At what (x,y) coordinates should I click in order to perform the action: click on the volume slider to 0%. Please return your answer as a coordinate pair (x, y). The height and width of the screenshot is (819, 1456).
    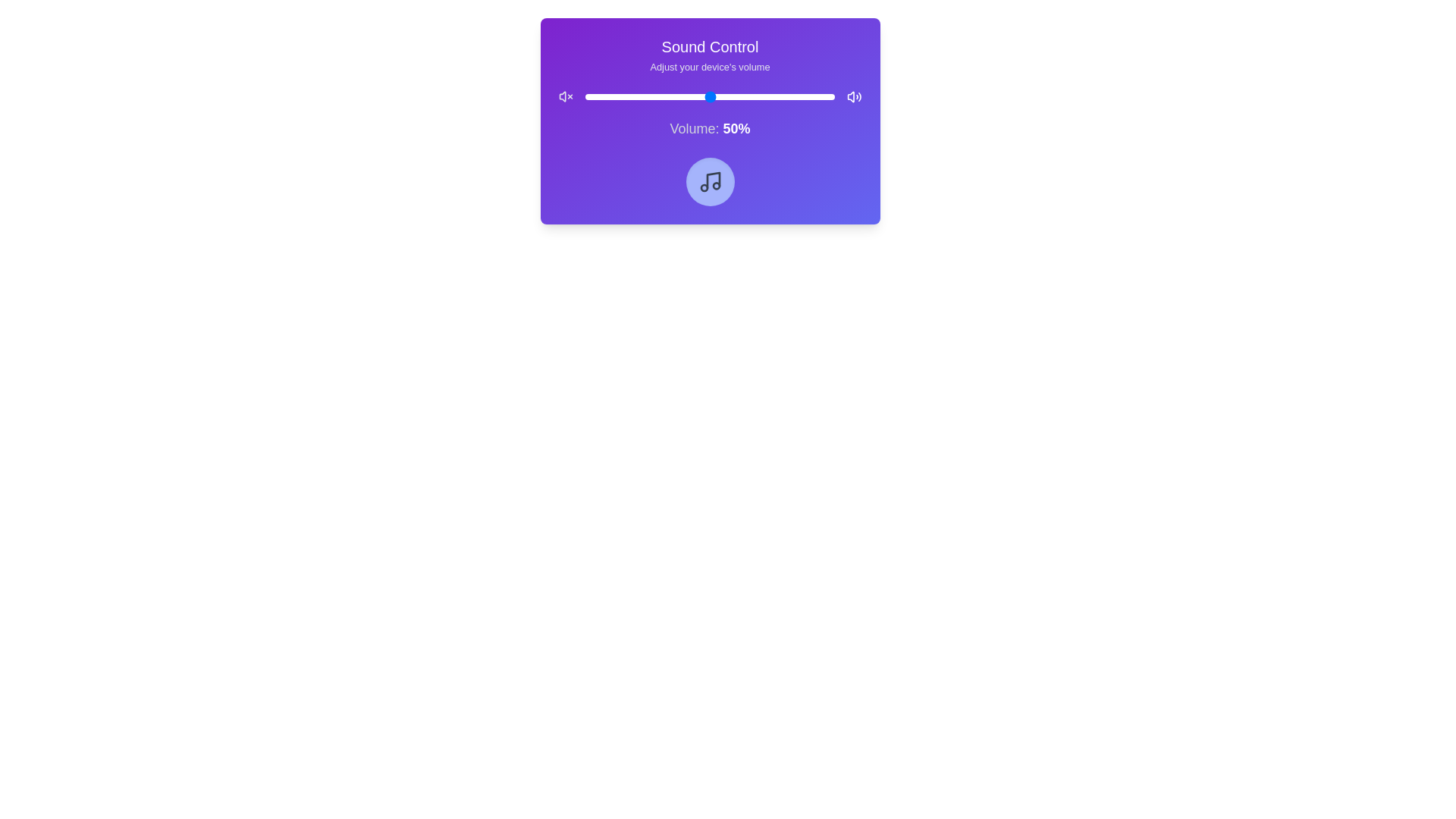
    Looking at the image, I should click on (585, 96).